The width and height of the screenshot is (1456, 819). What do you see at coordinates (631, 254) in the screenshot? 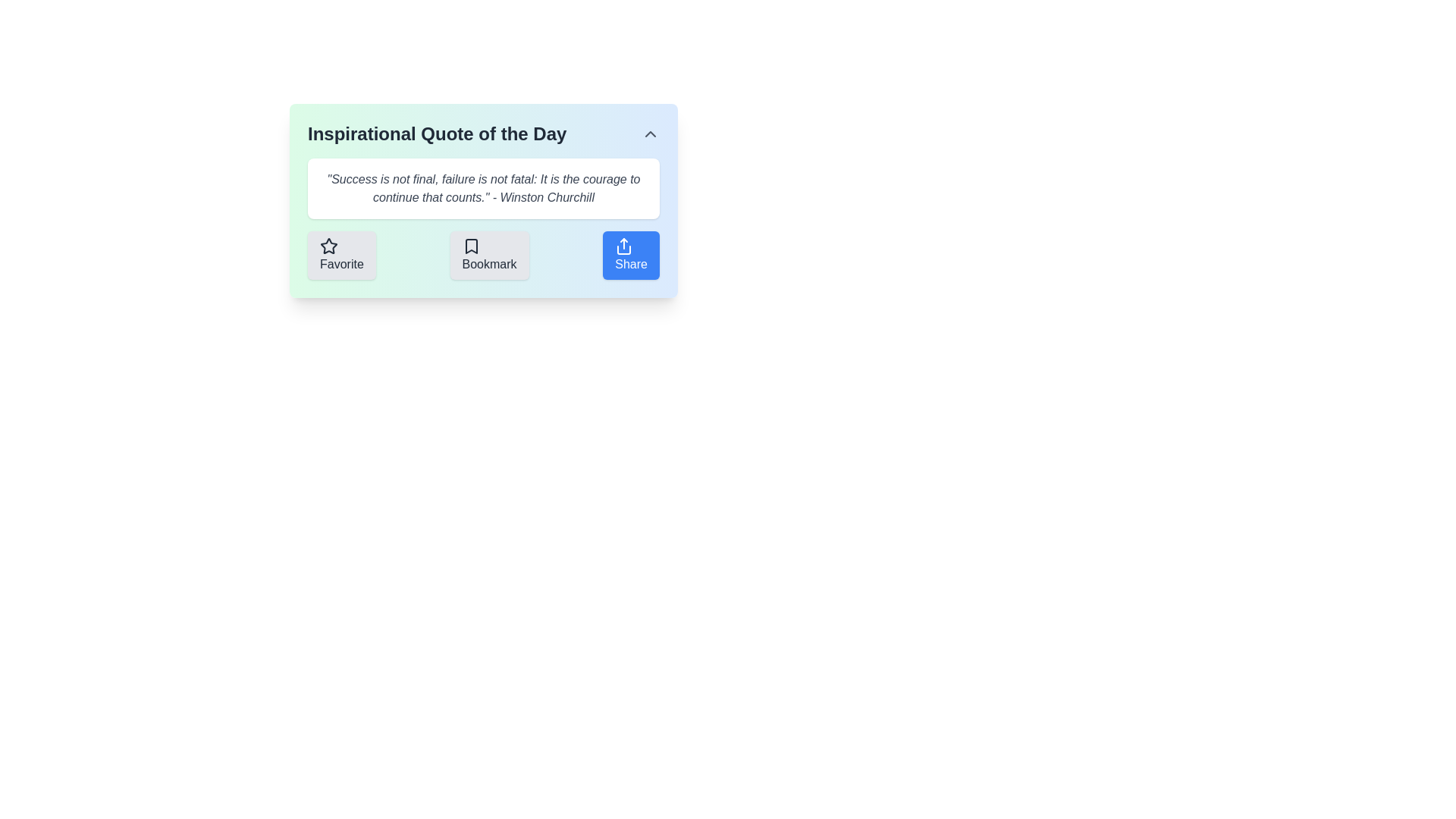
I see `the sharing button located at the bottom of the interface, which is the third button in a row of three` at bounding box center [631, 254].